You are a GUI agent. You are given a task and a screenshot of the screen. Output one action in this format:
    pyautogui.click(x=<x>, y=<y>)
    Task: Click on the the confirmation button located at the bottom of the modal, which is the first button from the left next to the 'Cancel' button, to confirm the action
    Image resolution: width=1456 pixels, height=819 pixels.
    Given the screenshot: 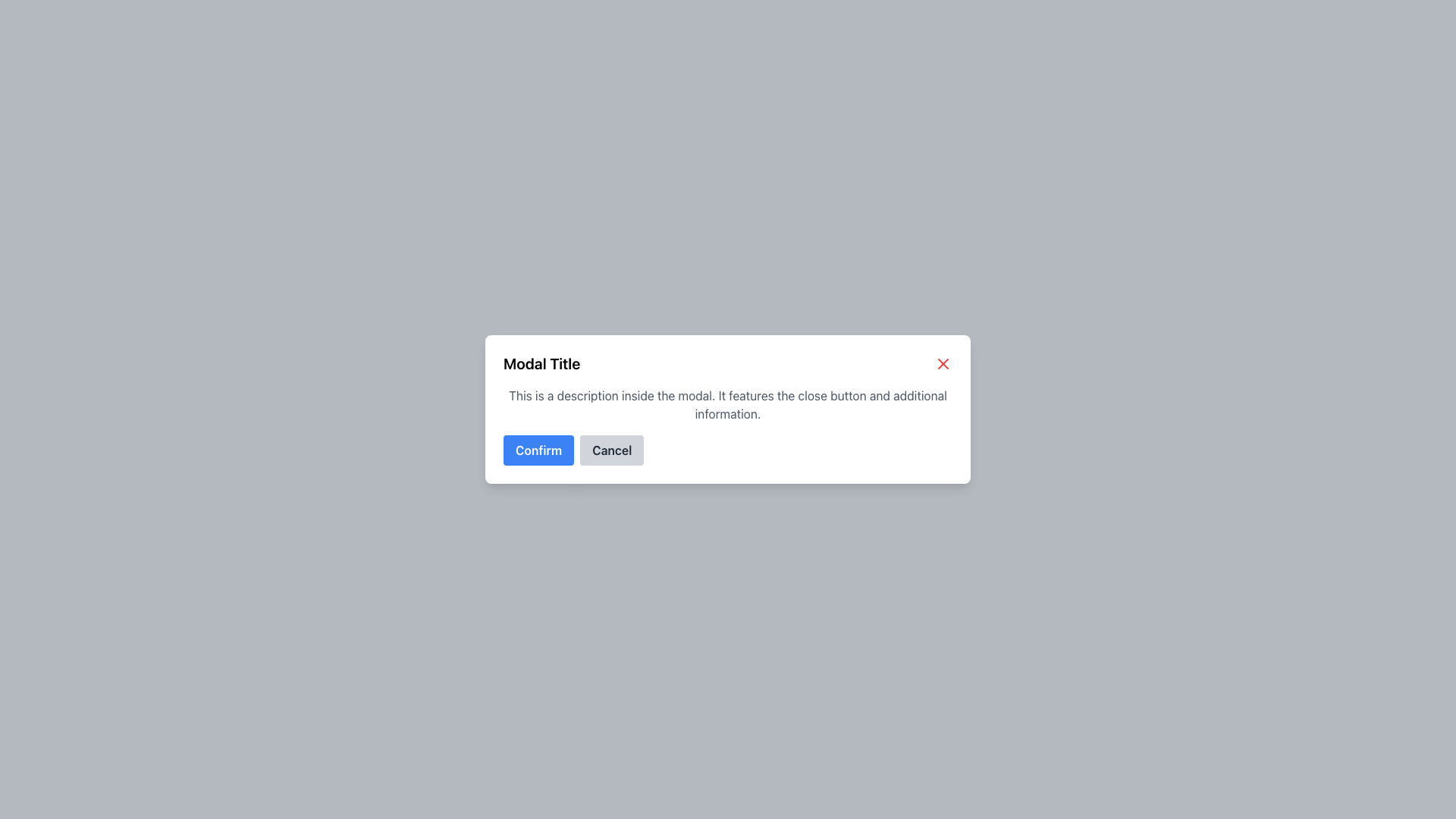 What is the action you would take?
    pyautogui.click(x=538, y=450)
    